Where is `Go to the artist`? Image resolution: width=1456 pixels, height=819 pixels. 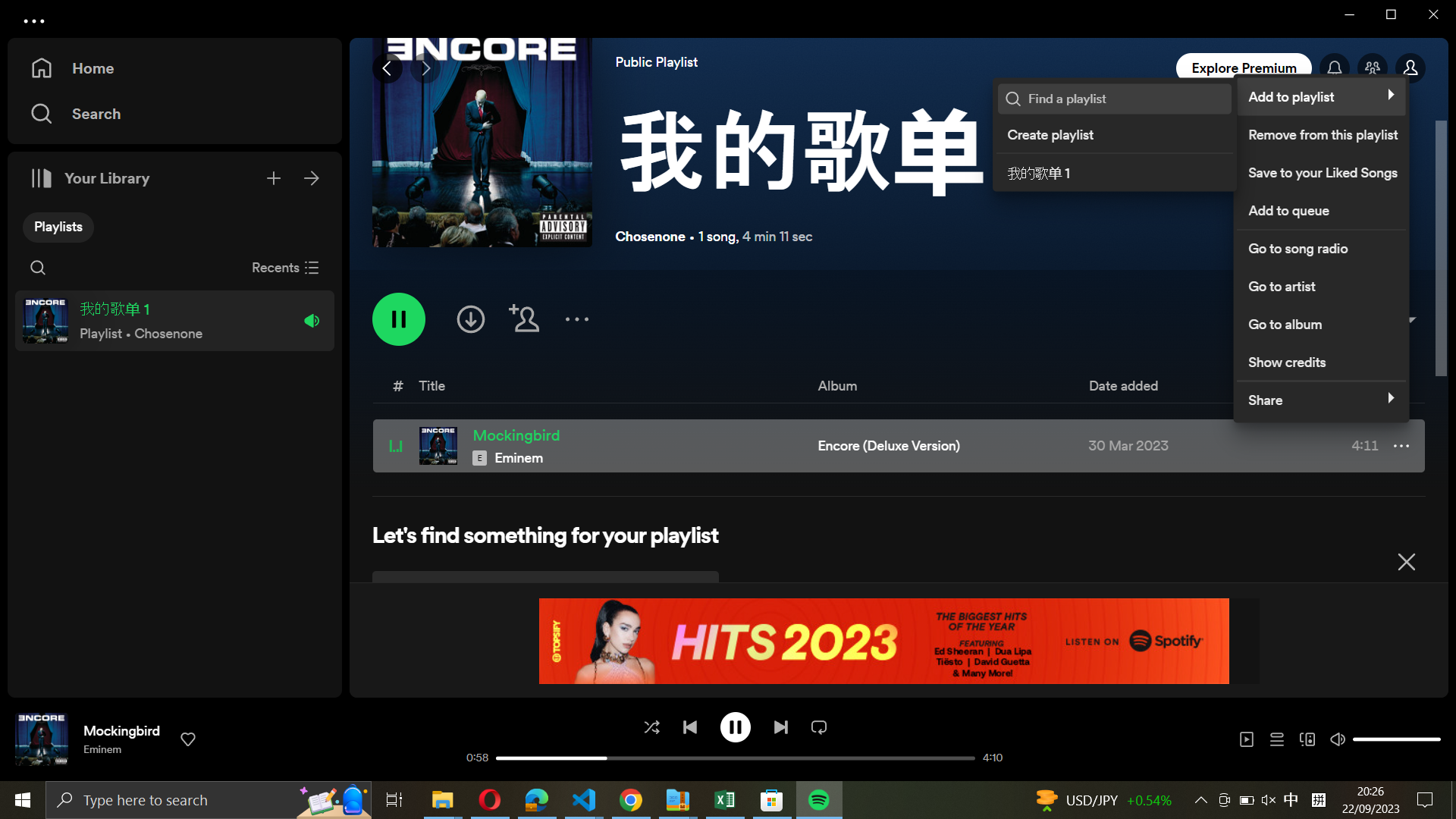 Go to the artist is located at coordinates (1319, 284).